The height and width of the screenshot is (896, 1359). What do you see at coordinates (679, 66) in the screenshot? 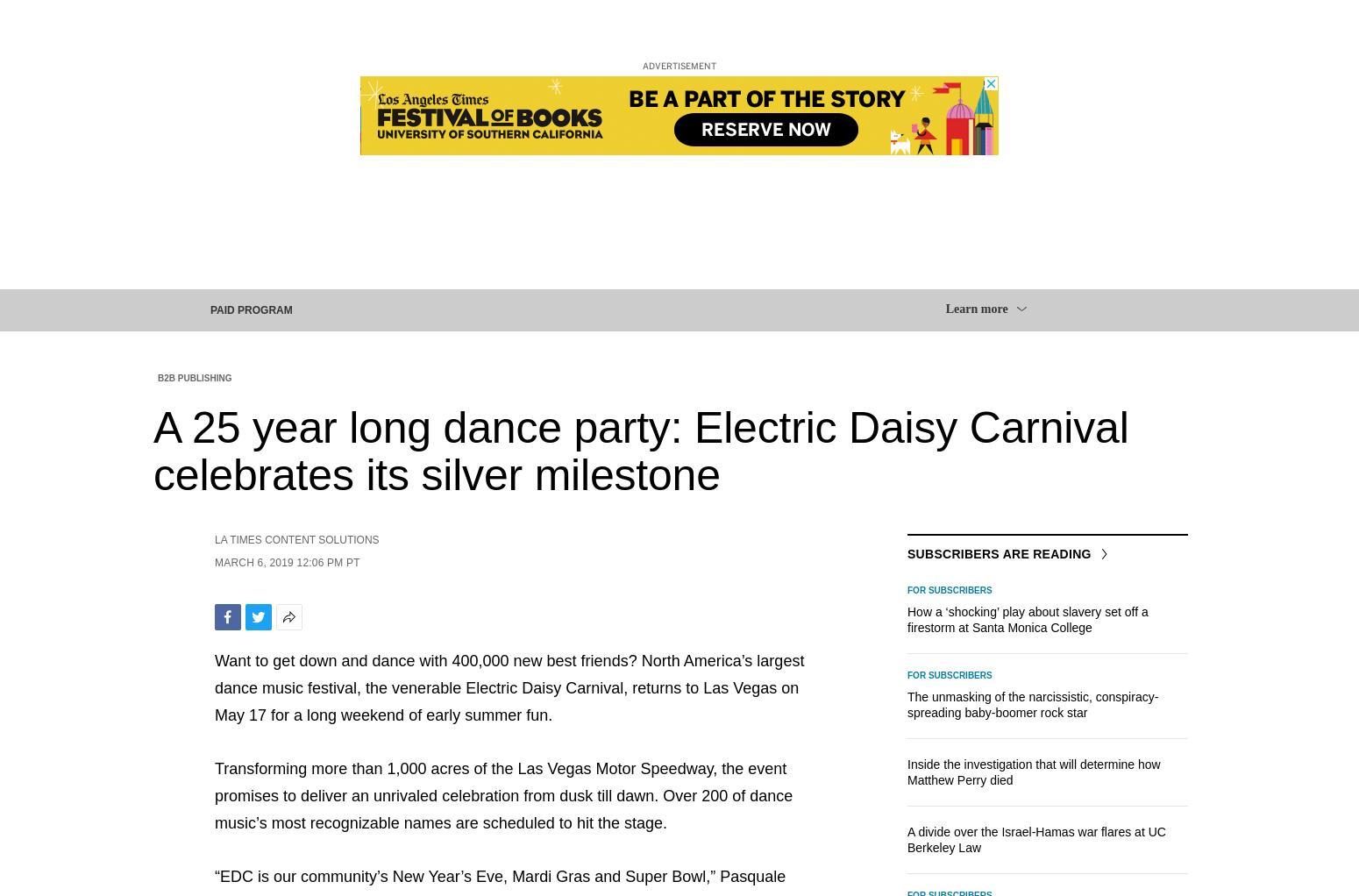
I see `'Advertisement'` at bounding box center [679, 66].